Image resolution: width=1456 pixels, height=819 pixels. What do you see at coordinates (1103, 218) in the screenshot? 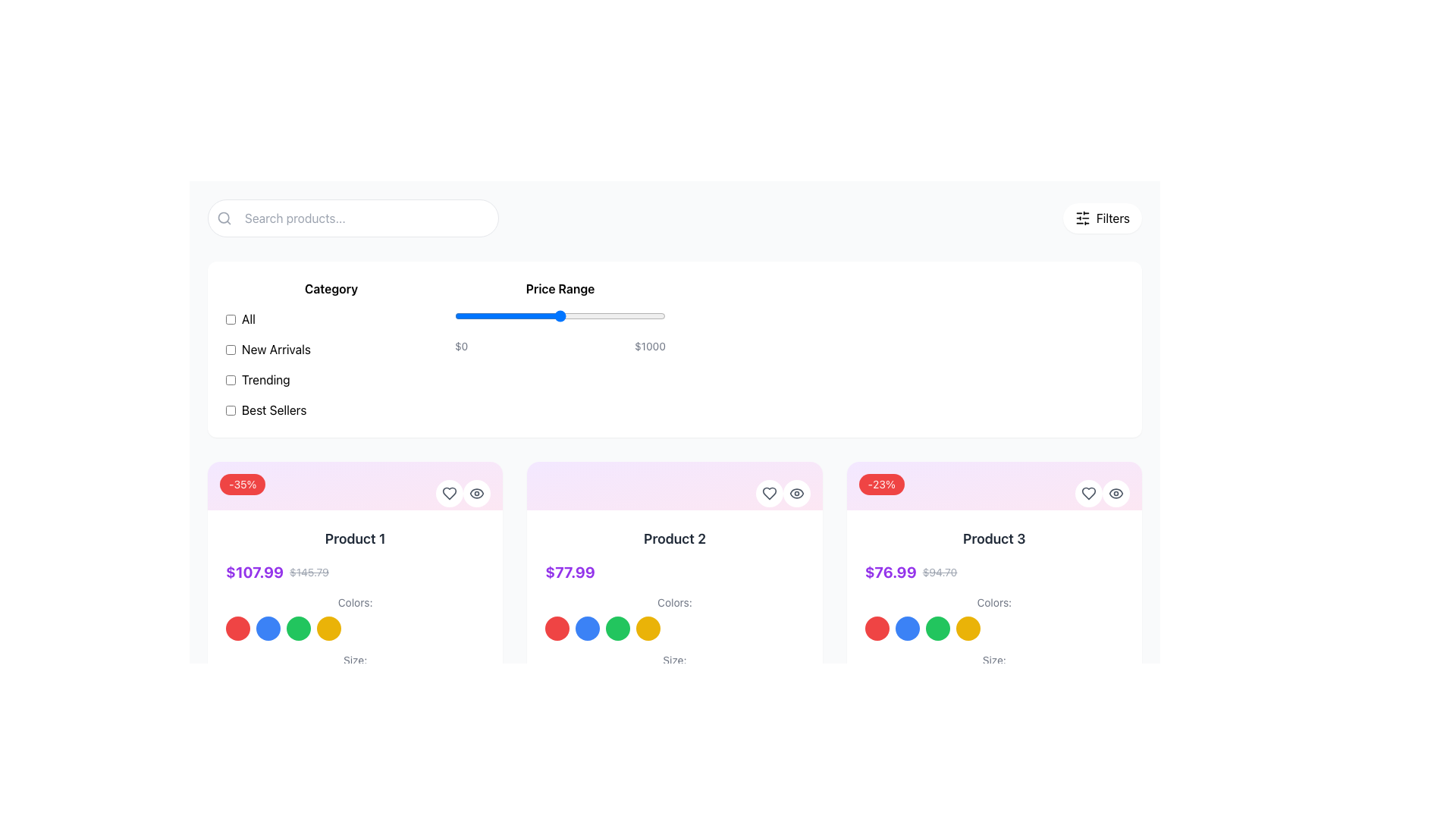
I see `the 'Filters' button in the top-right corner with rounded edges and a white background` at bounding box center [1103, 218].